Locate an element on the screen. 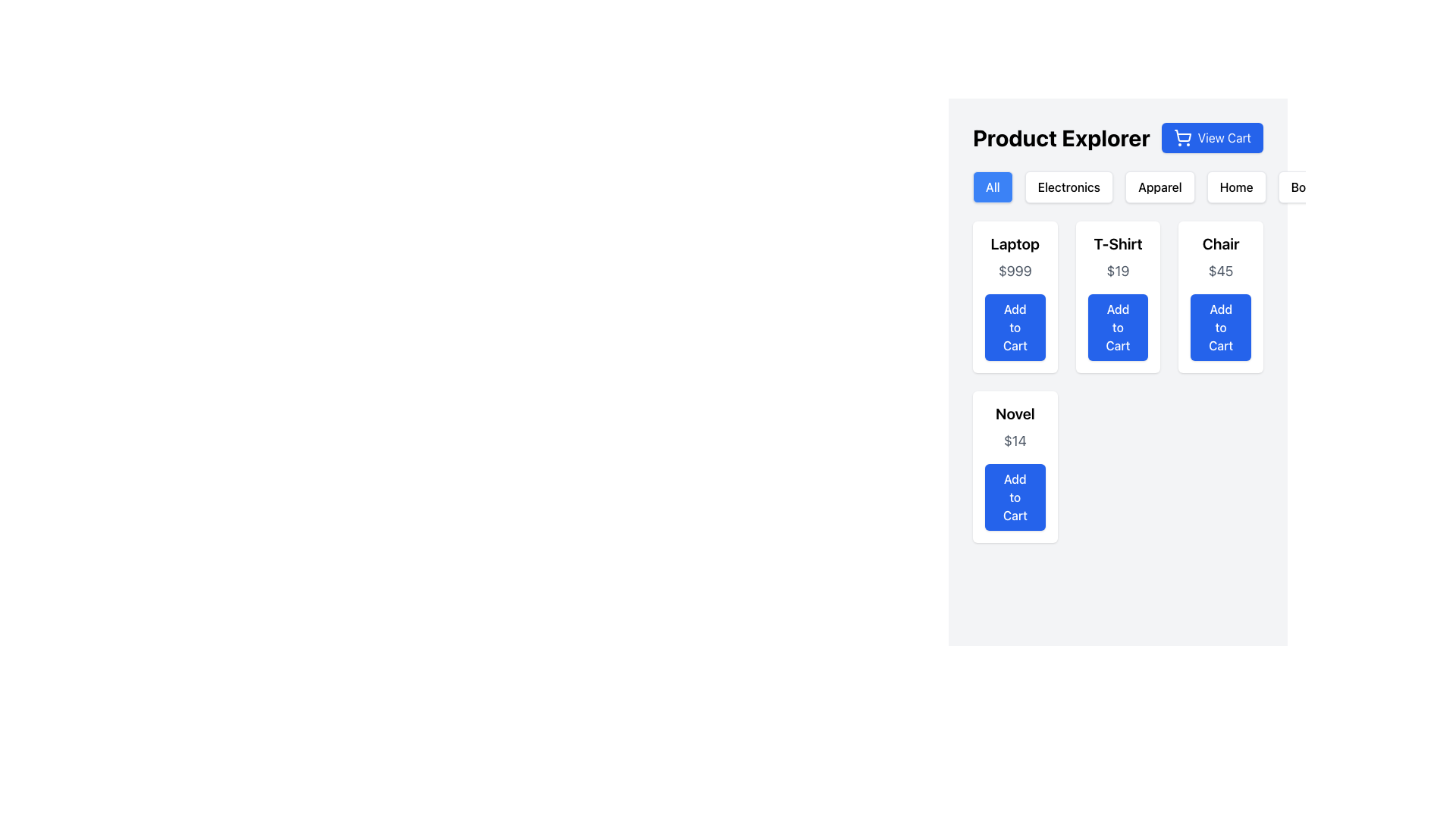  the 'Apparel' button, which is the third button in the category list under 'Product Explorer', to filter the displayed products to show only items in the Apparel category is located at coordinates (1159, 186).